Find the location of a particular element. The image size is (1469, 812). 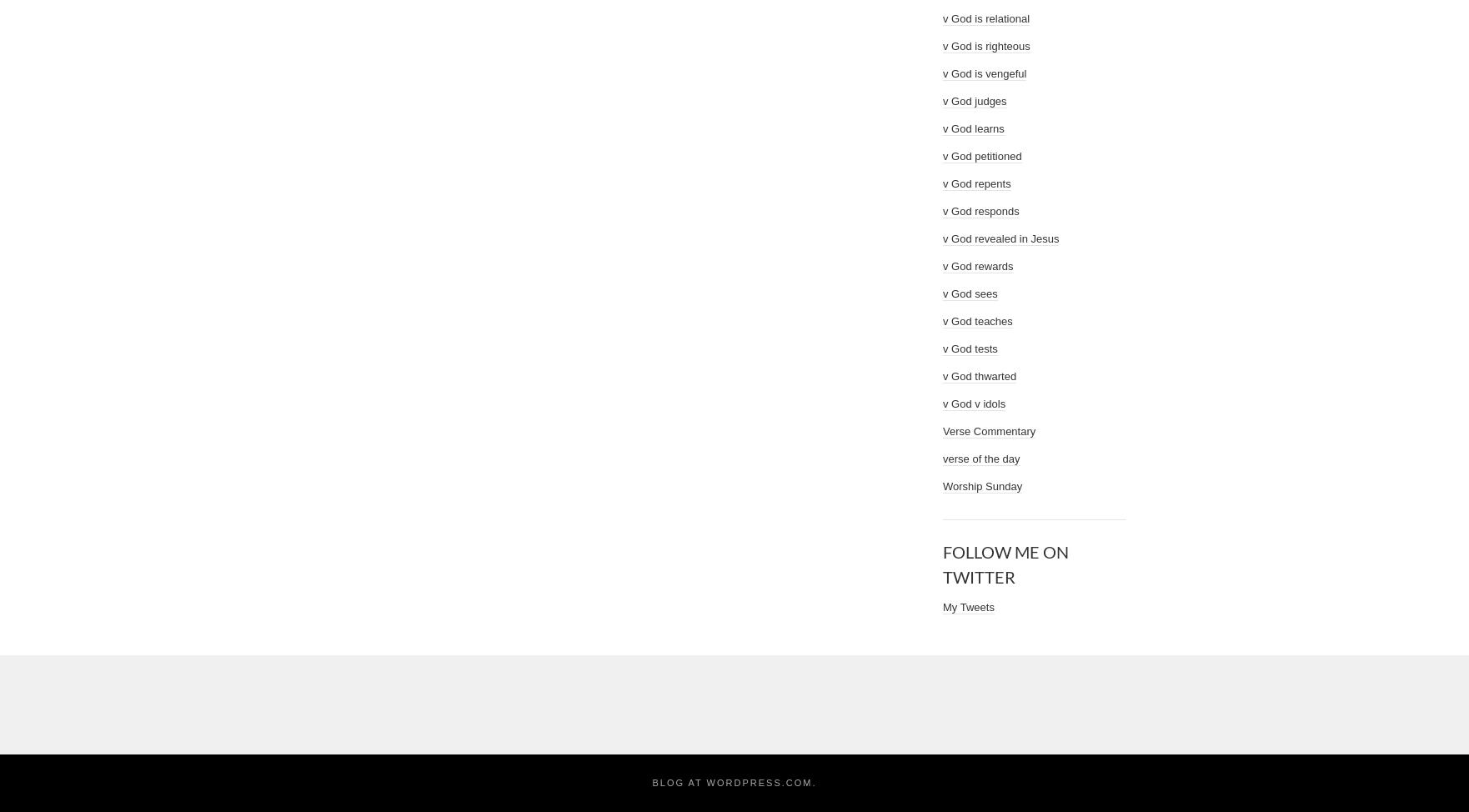

'v God responds' is located at coordinates (943, 210).